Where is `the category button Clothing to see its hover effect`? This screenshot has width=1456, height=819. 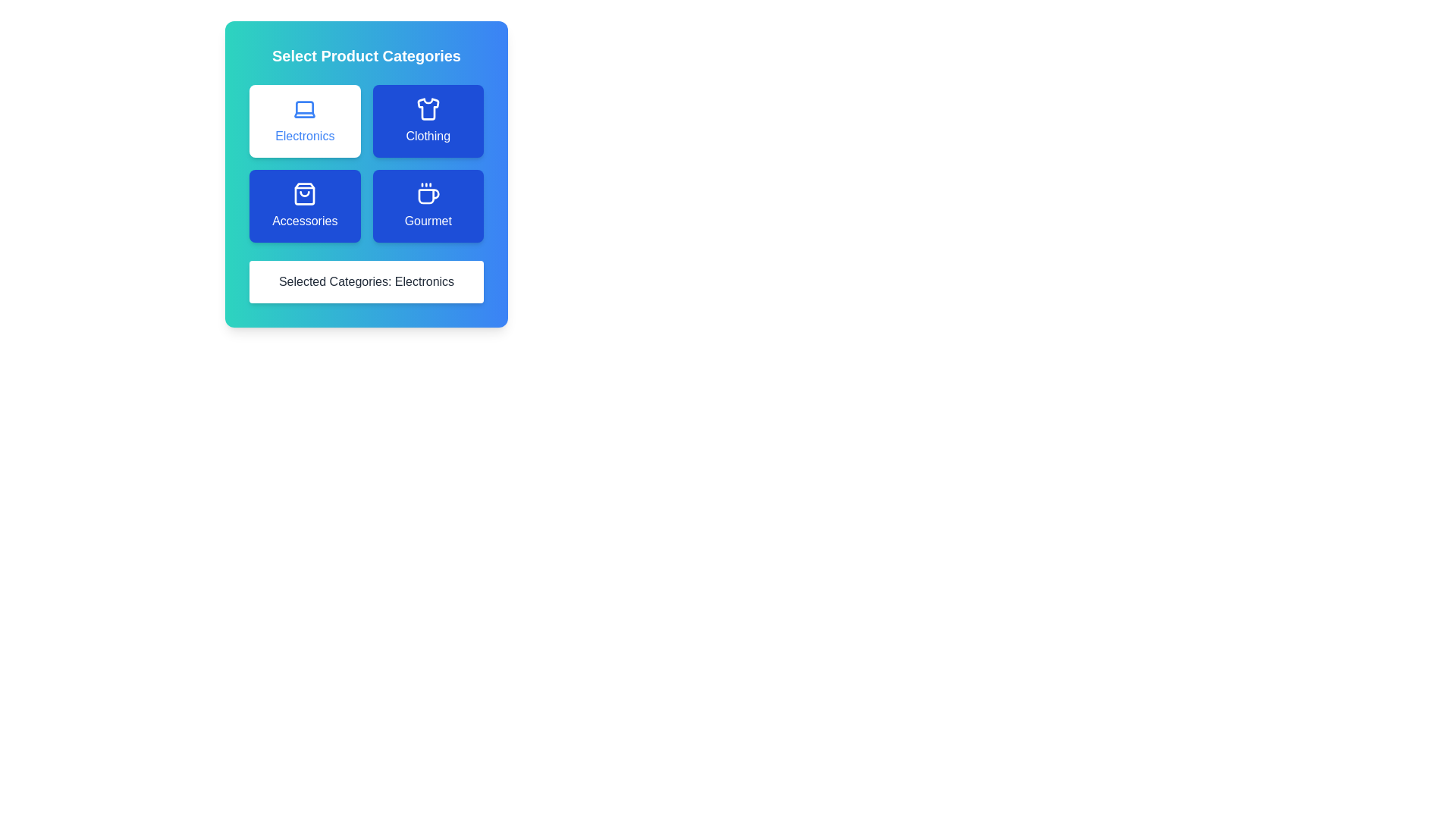
the category button Clothing to see its hover effect is located at coordinates (427, 120).